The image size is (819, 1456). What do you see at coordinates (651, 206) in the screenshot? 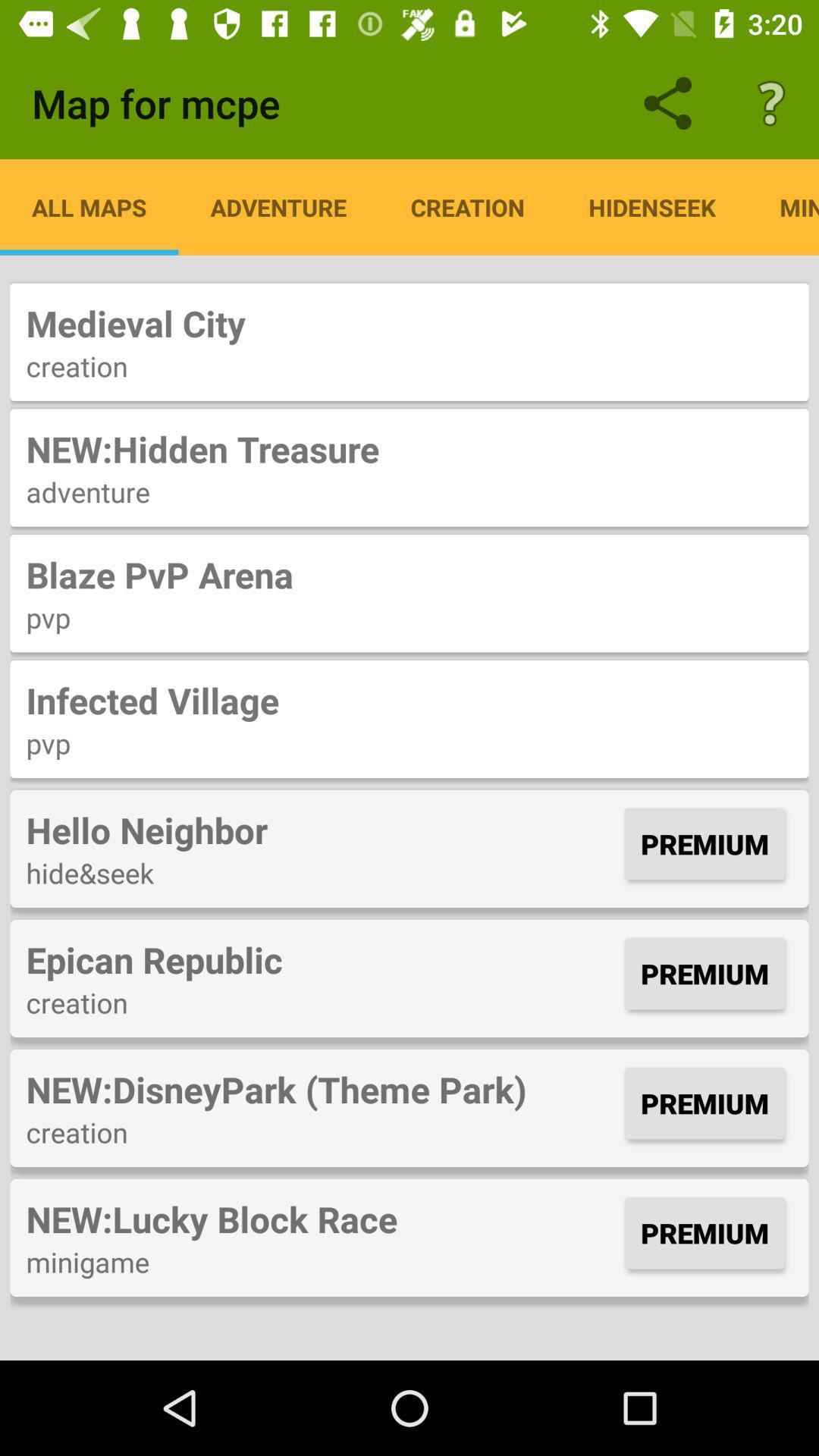
I see `the hidenseek` at bounding box center [651, 206].